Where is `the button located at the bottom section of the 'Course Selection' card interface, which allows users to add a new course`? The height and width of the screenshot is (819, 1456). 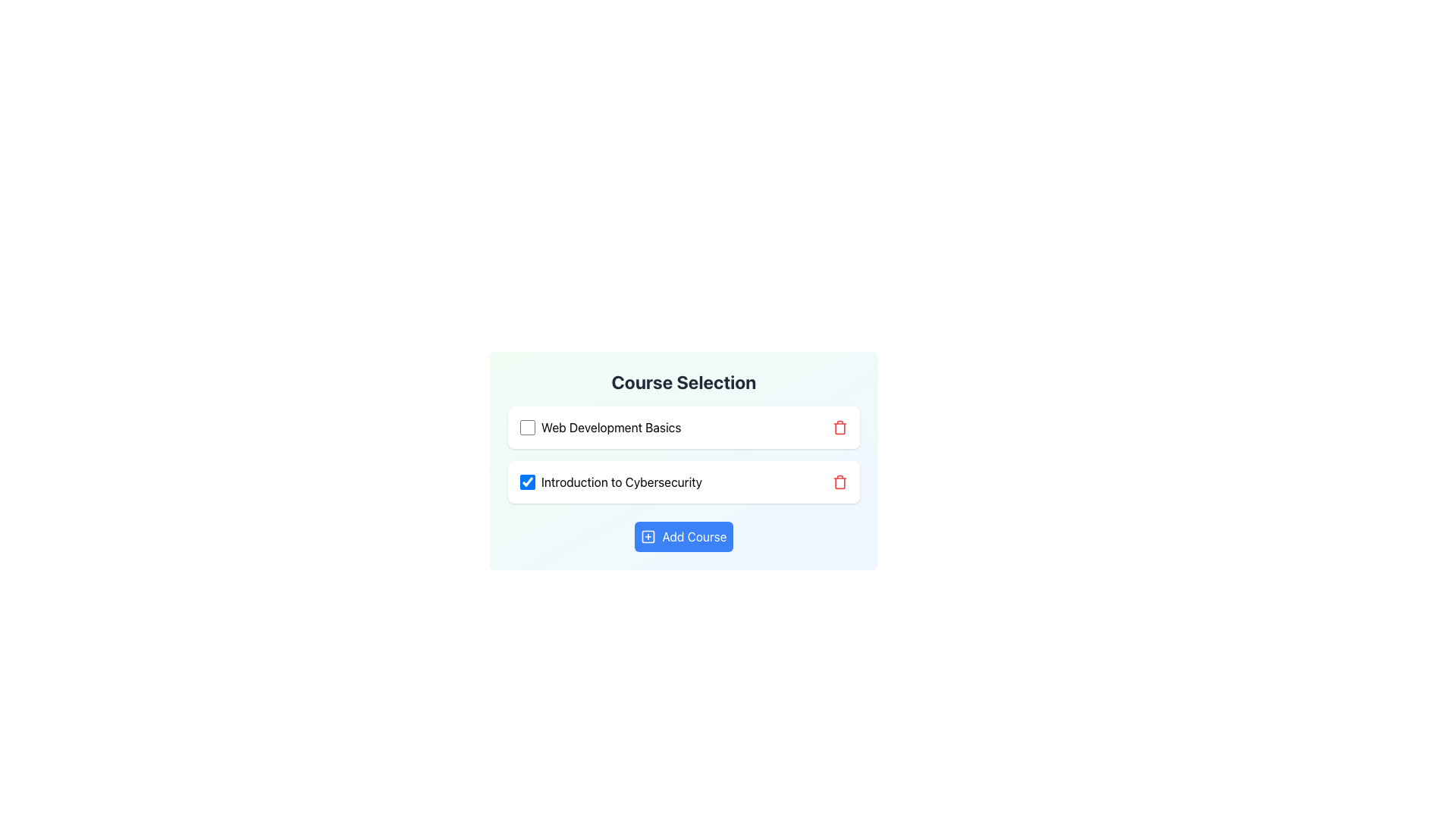 the button located at the bottom section of the 'Course Selection' card interface, which allows users to add a new course is located at coordinates (683, 536).